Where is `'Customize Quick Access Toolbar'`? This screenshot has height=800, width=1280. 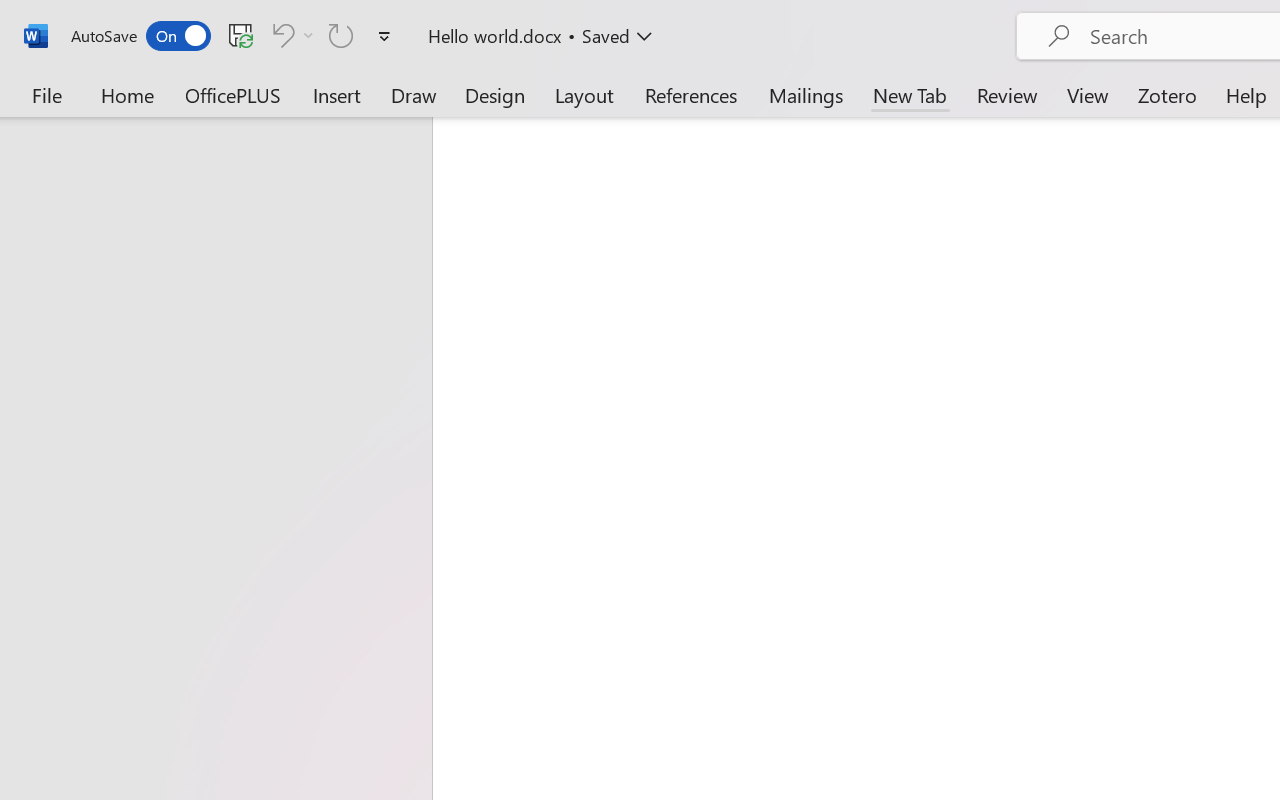 'Customize Quick Access Toolbar' is located at coordinates (384, 35).